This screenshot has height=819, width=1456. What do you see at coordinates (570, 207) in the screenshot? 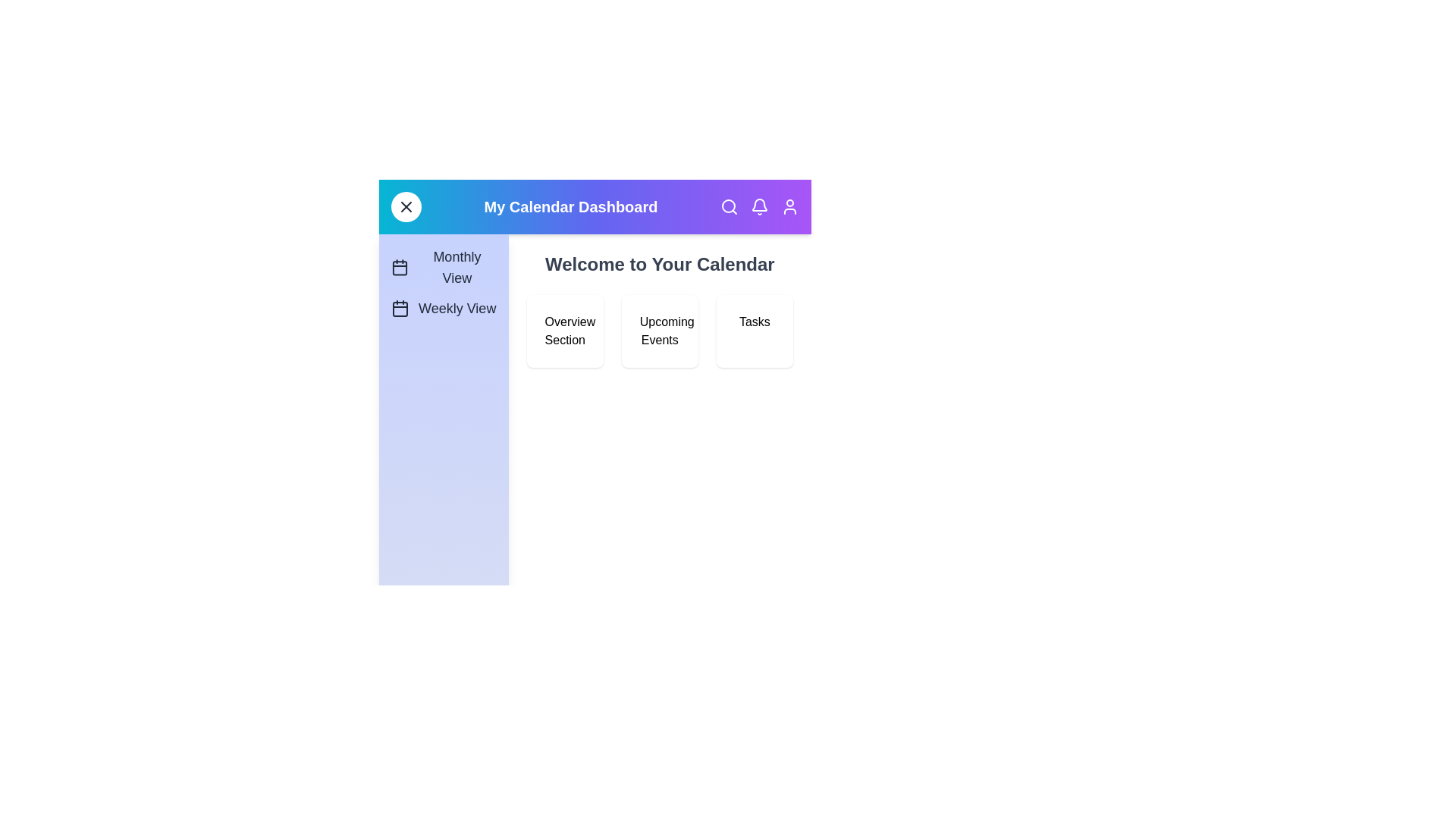
I see `the heading text label 'My Calendar Dashboard', which is in bold, extra-large font and positioned in the center of the header section with a gradient background` at bounding box center [570, 207].